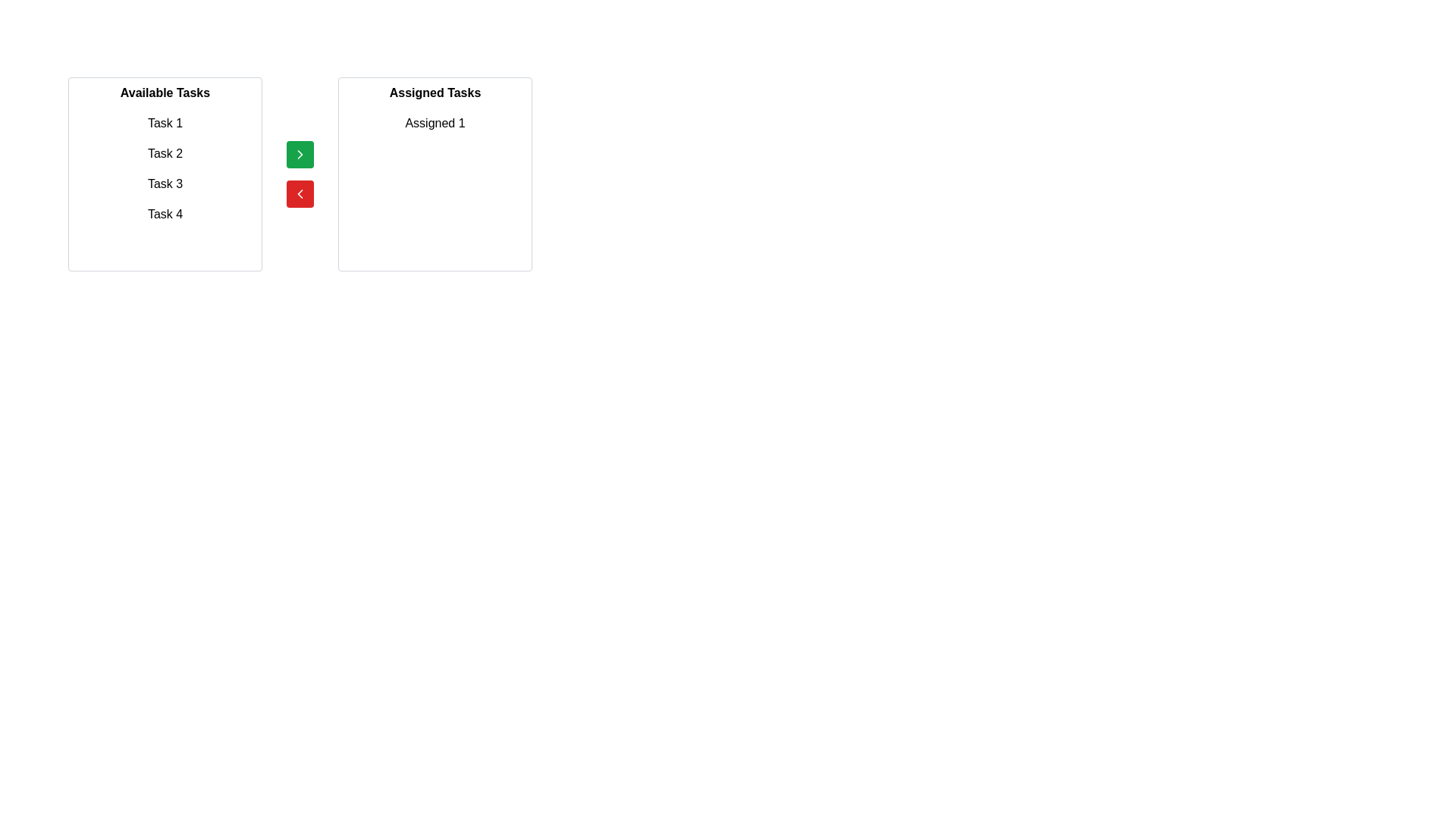 This screenshot has height=819, width=1456. Describe the element at coordinates (165, 184) in the screenshot. I see `the third item in the 'Available Tasks' list` at that location.